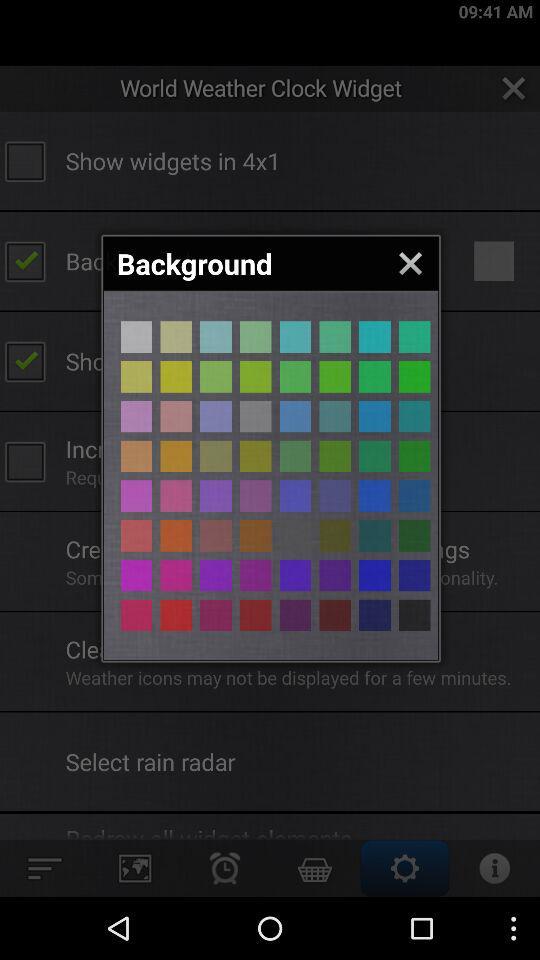 This screenshot has height=960, width=540. Describe the element at coordinates (374, 337) in the screenshot. I see `aqua background color` at that location.